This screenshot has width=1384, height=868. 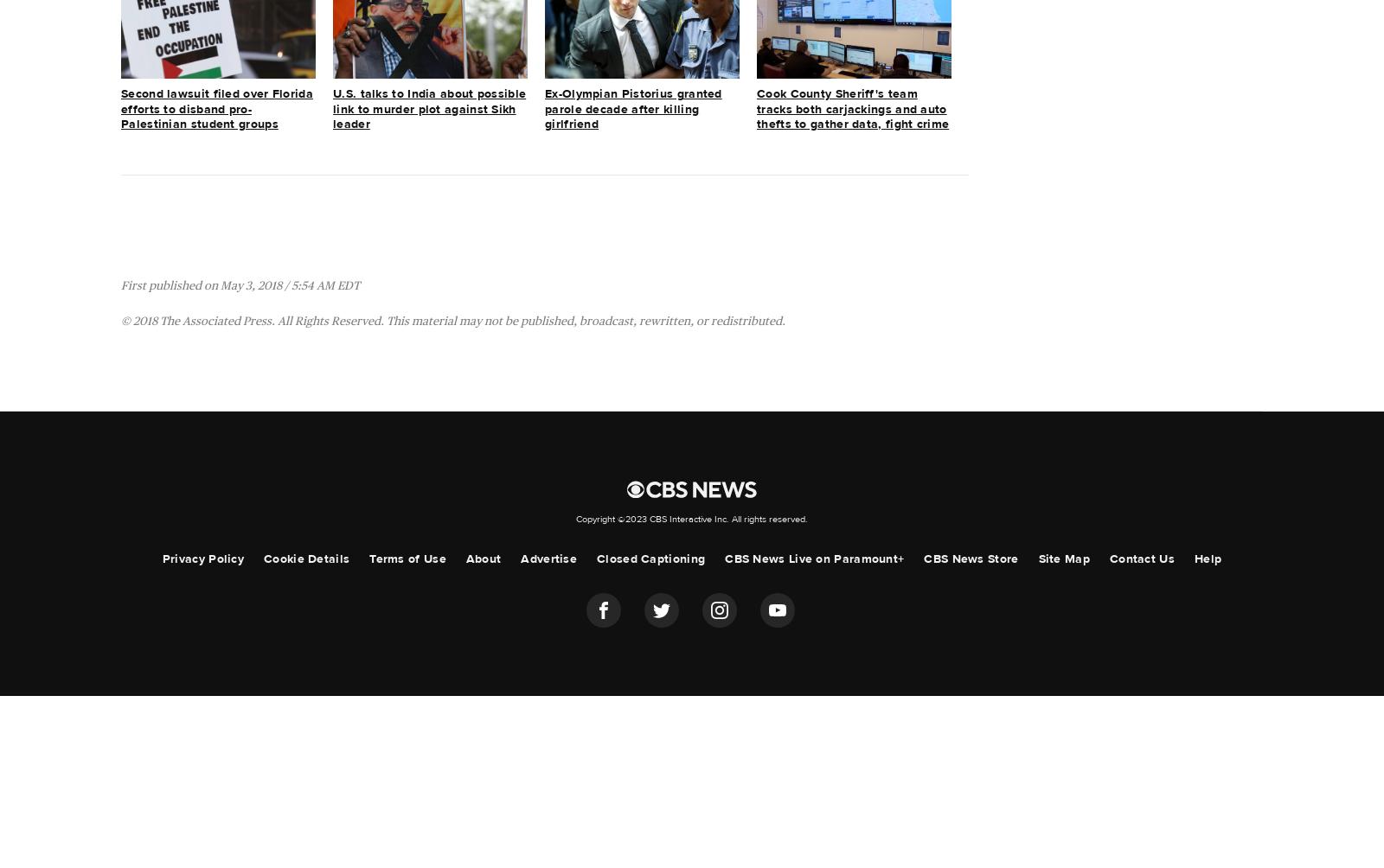 I want to click on 'Cookie Details', so click(x=306, y=557).